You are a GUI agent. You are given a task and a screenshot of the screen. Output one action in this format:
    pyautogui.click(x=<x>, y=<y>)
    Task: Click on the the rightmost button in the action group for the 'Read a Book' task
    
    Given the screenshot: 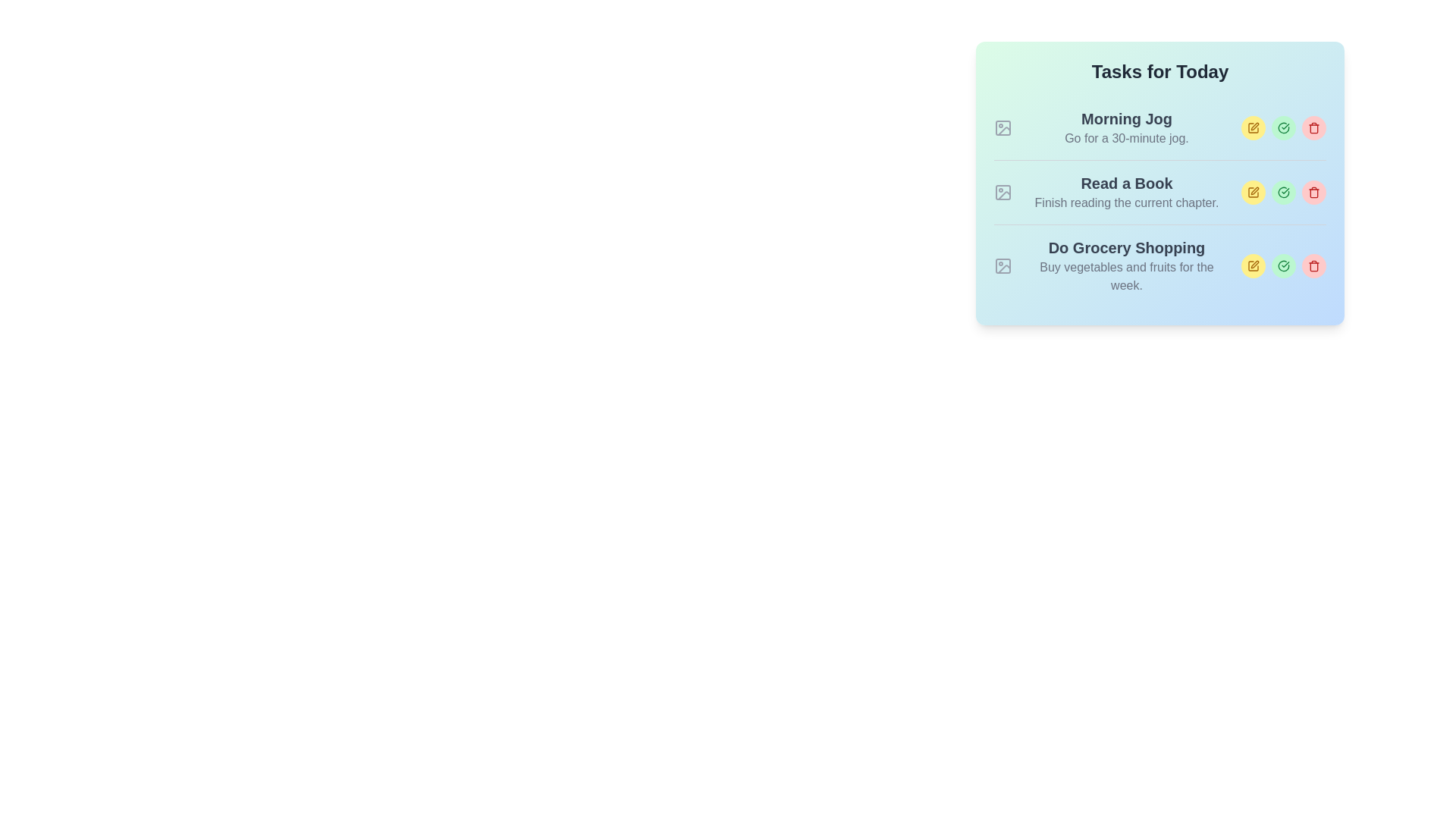 What is the action you would take?
    pyautogui.click(x=1313, y=192)
    